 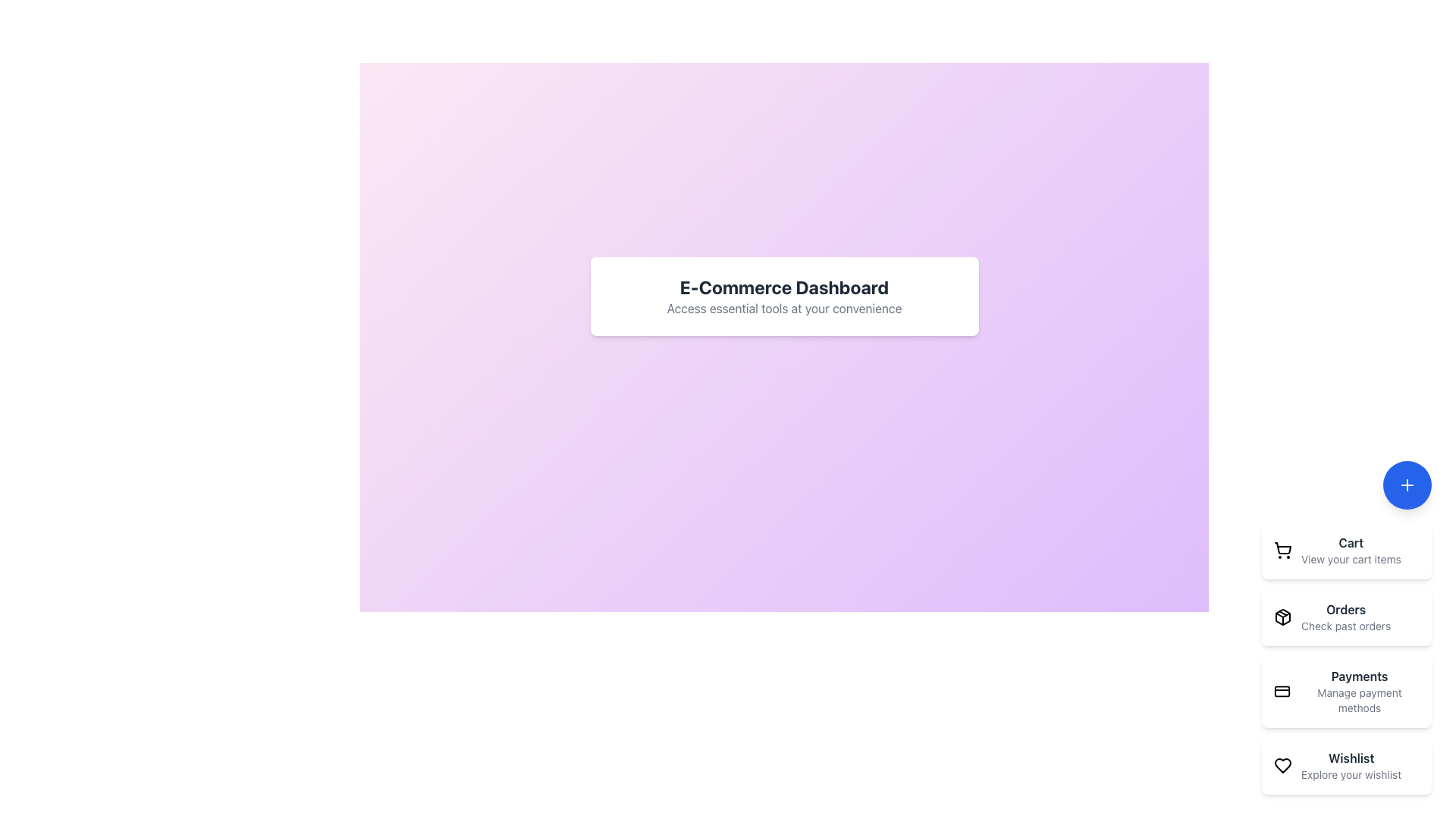 What do you see at coordinates (1346, 626) in the screenshot?
I see `the descriptive text label located below the 'Orders' entry in the right-hand vertical menu, which provides additional information about interacting with 'Orders'` at bounding box center [1346, 626].